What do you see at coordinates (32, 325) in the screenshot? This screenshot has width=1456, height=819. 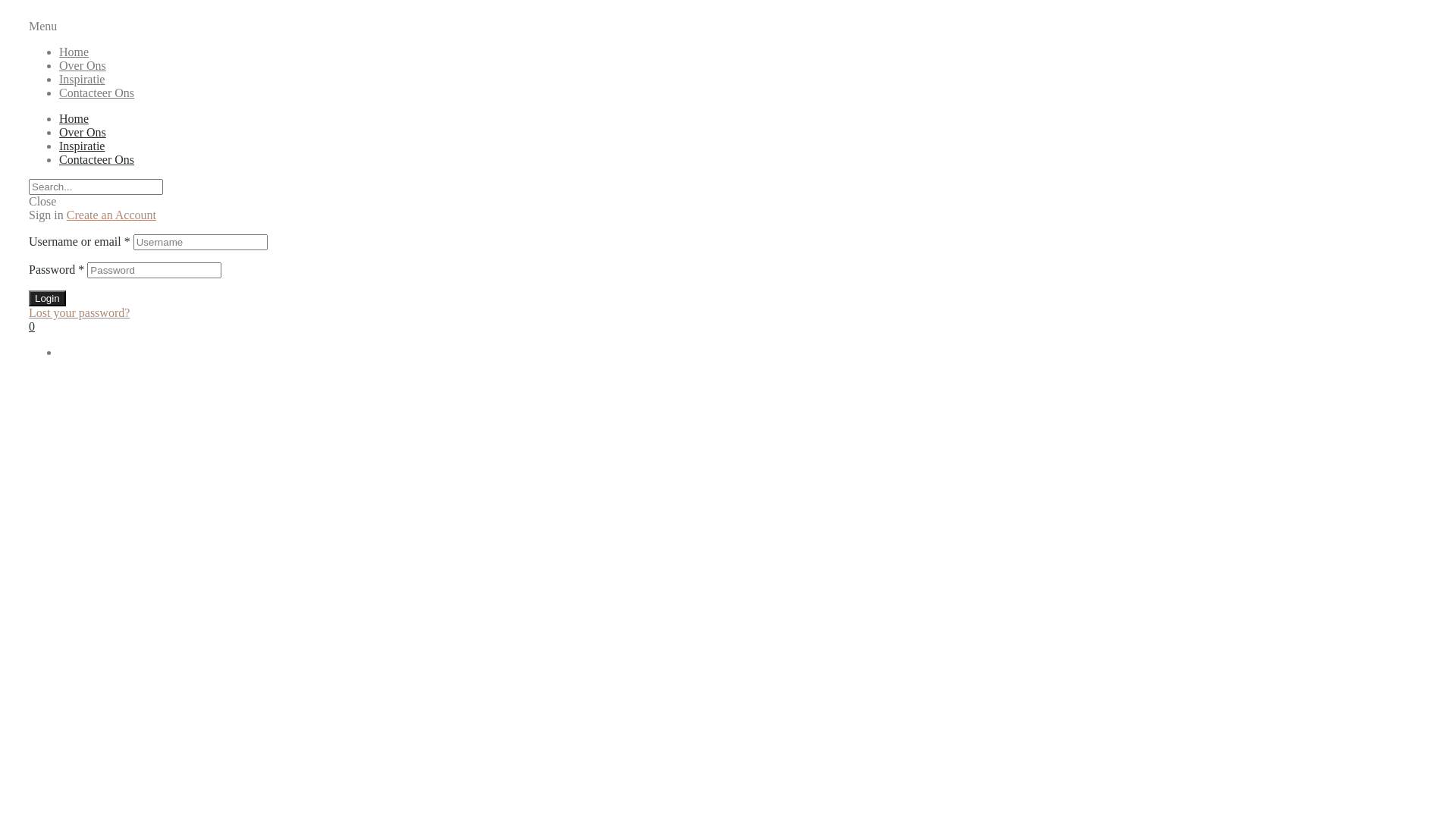 I see `'0'` at bounding box center [32, 325].